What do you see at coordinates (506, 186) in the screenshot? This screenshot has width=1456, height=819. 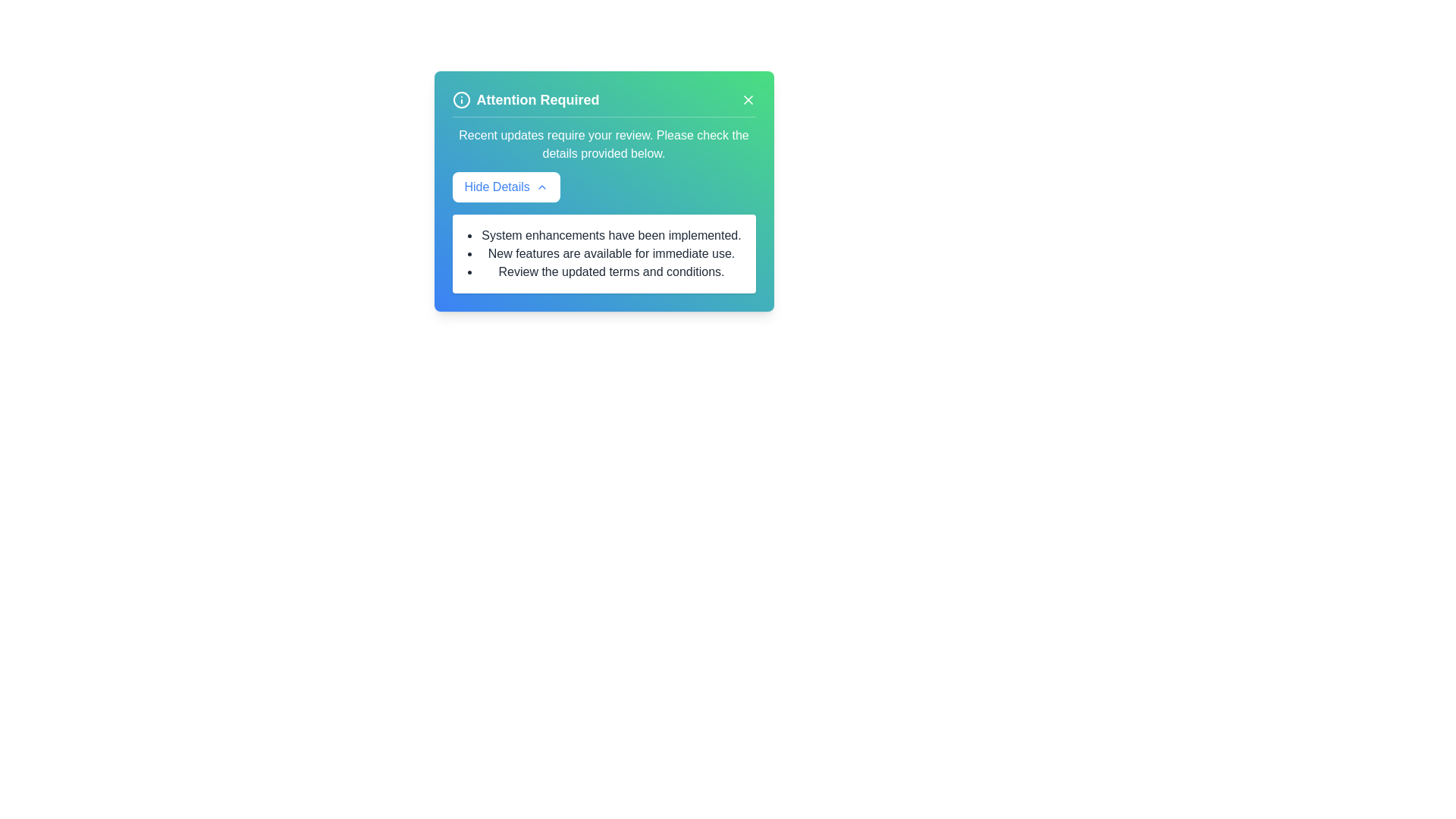 I see `the 'Hide Details' button to toggle the visibility of the details section` at bounding box center [506, 186].